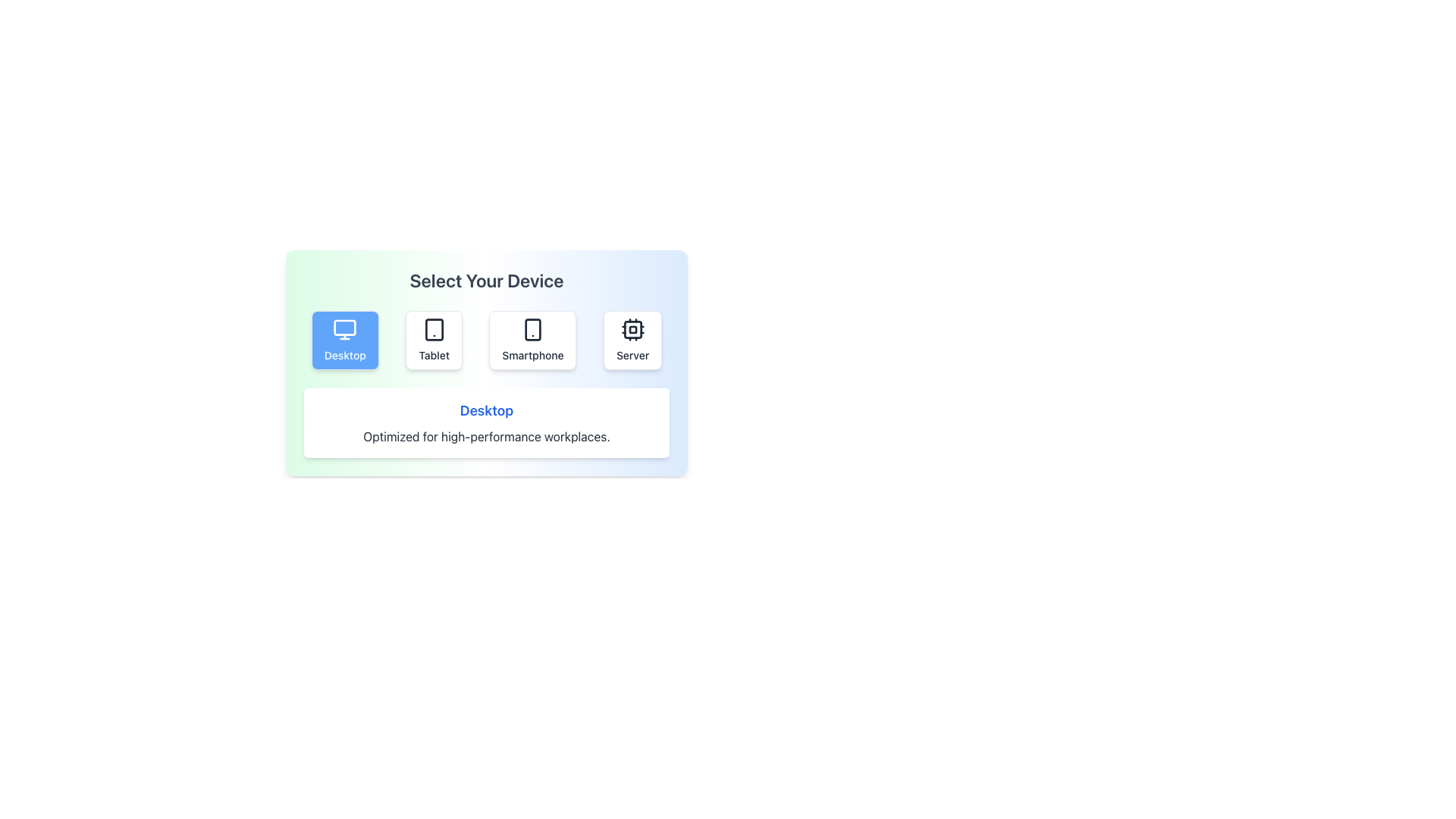 Image resolution: width=1456 pixels, height=819 pixels. What do you see at coordinates (487, 423) in the screenshot?
I see `the Text block providing a description related to the 'Desktop' option, located in the lower section of the panel titled 'Select Your Device'` at bounding box center [487, 423].